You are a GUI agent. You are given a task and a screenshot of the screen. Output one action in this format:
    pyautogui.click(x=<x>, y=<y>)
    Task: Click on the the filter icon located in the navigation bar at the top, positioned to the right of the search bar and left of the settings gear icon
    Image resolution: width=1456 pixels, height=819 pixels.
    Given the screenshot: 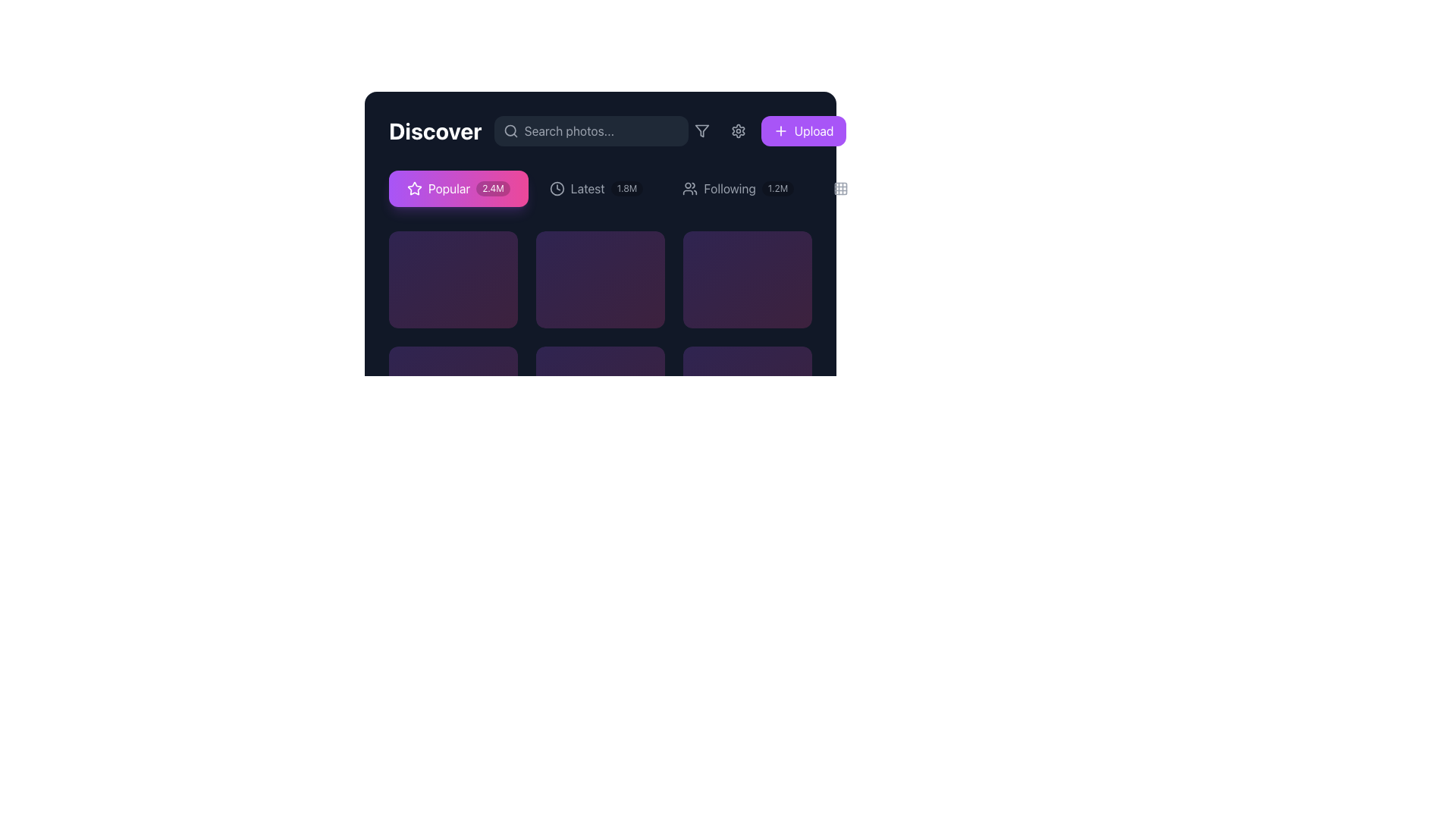 What is the action you would take?
    pyautogui.click(x=701, y=130)
    